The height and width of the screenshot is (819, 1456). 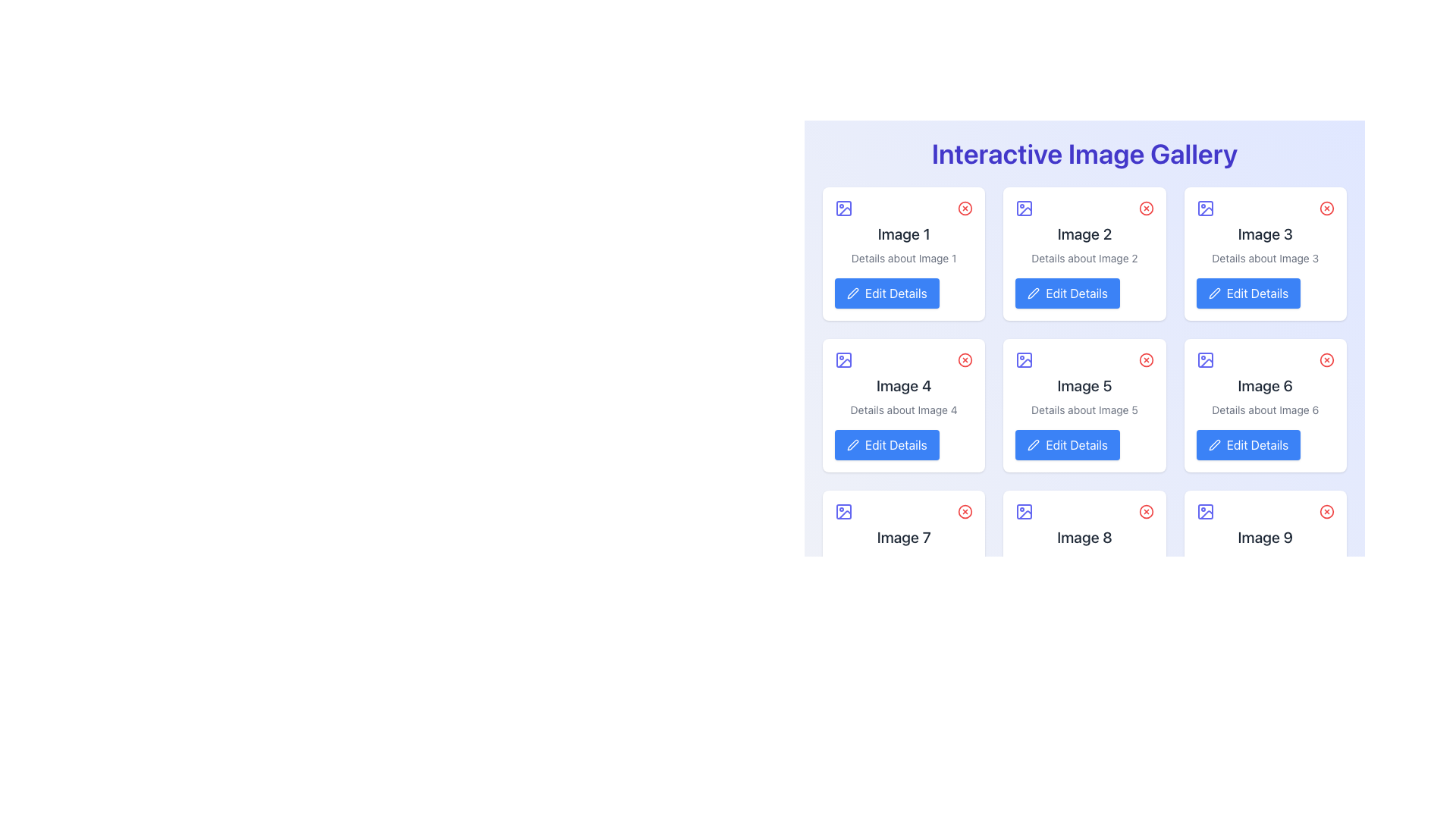 What do you see at coordinates (1146, 359) in the screenshot?
I see `the red X icon button located in the top-right corner of the 'Image 5' card` at bounding box center [1146, 359].